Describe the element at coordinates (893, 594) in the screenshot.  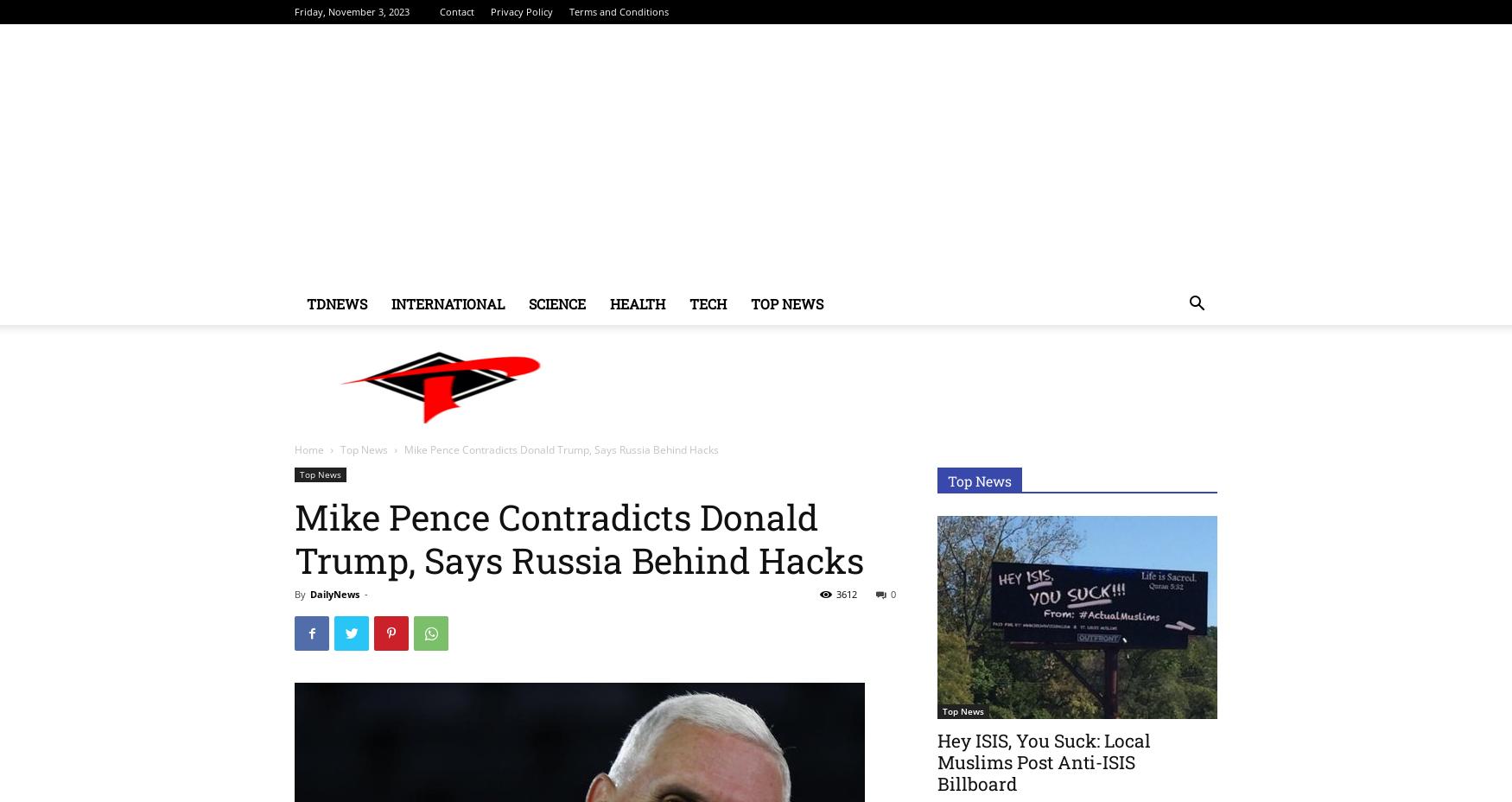
I see `'0'` at that location.